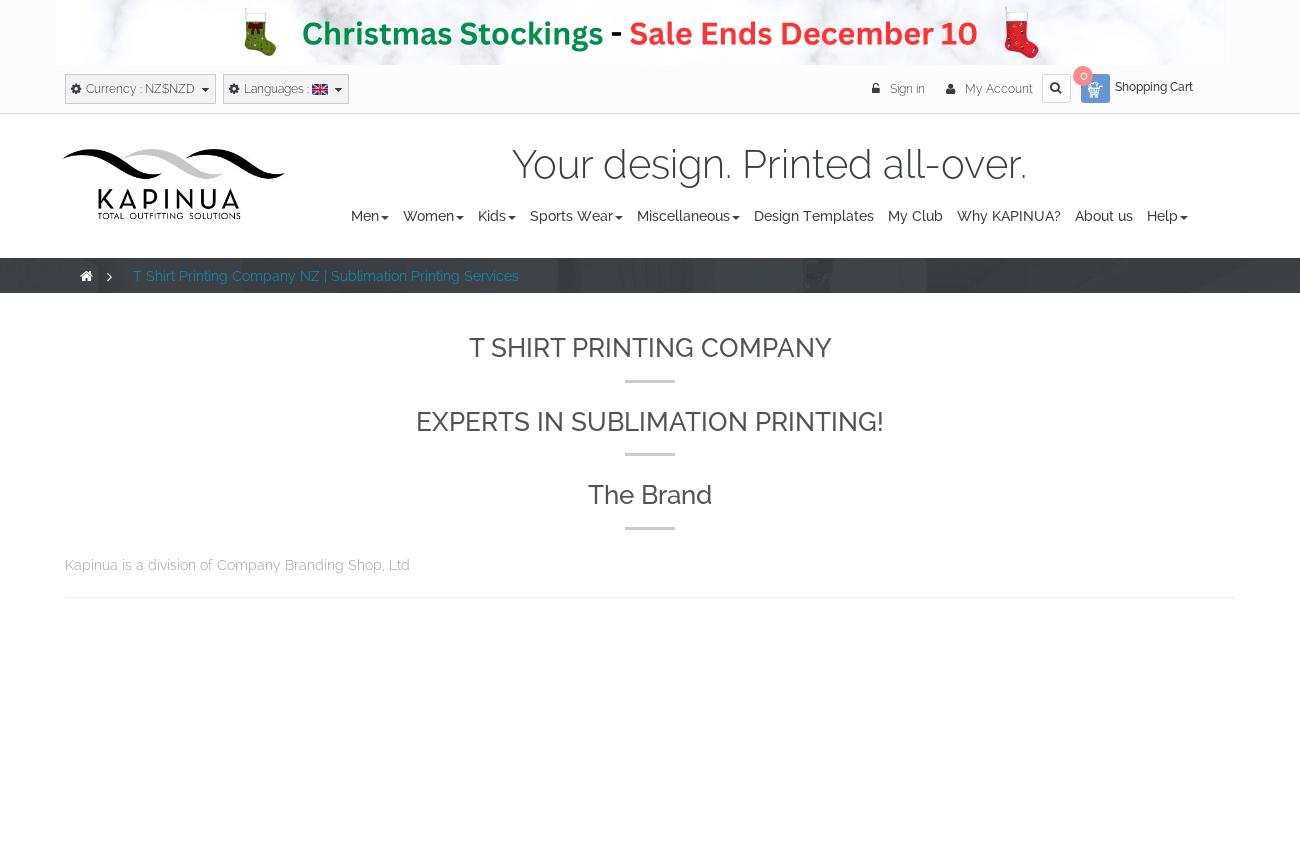 This screenshot has height=841, width=1300. Describe the element at coordinates (907, 87) in the screenshot. I see `'Sign in'` at that location.